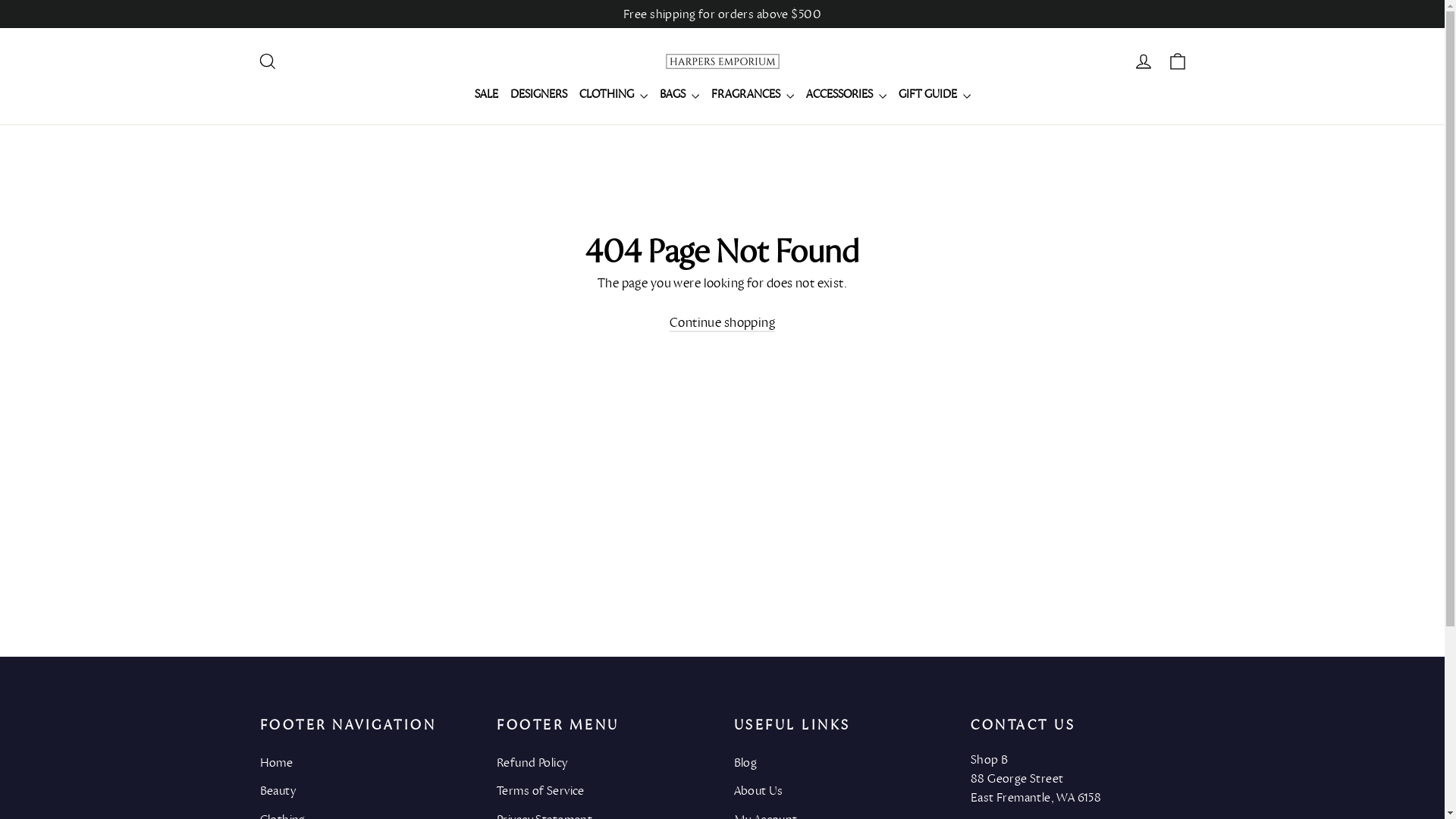 The height and width of the screenshot is (819, 1456). I want to click on 'FRAGRANCES', so click(704, 94).